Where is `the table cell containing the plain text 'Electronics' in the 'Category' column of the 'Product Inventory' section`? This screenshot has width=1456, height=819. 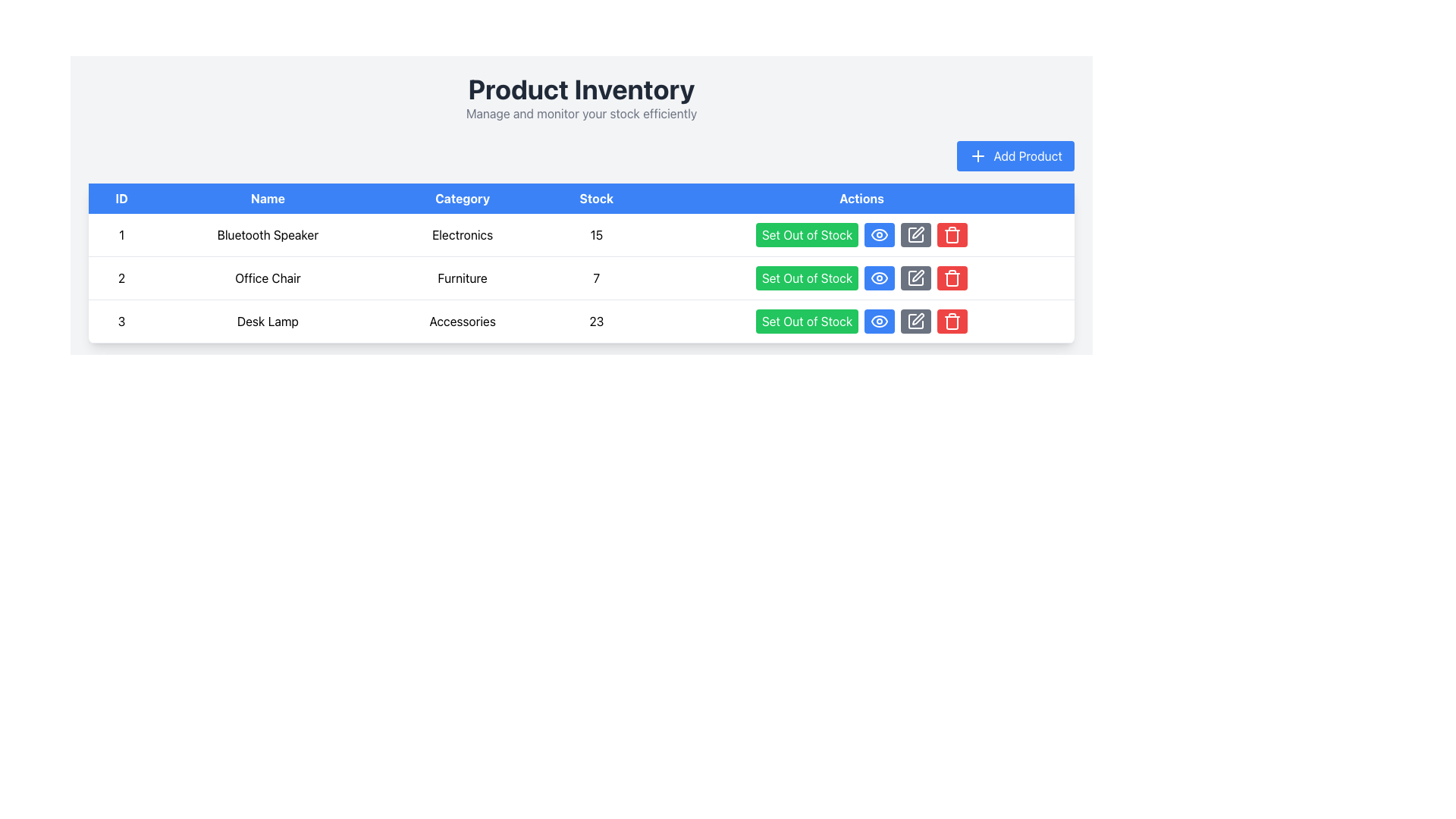
the table cell containing the plain text 'Electronics' in the 'Category' column of the 'Product Inventory' section is located at coordinates (462, 235).